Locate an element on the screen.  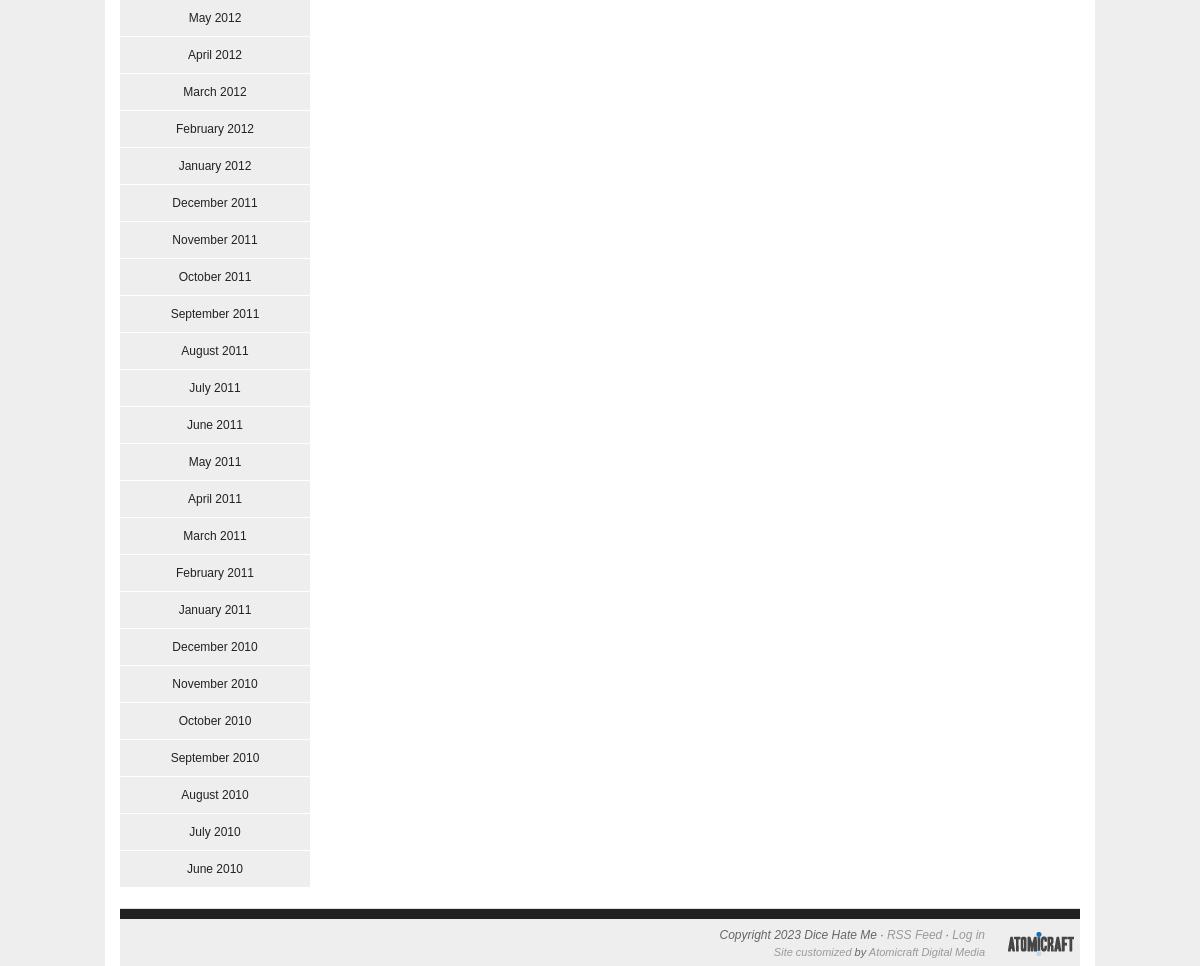
'January 2012' is located at coordinates (213, 164).